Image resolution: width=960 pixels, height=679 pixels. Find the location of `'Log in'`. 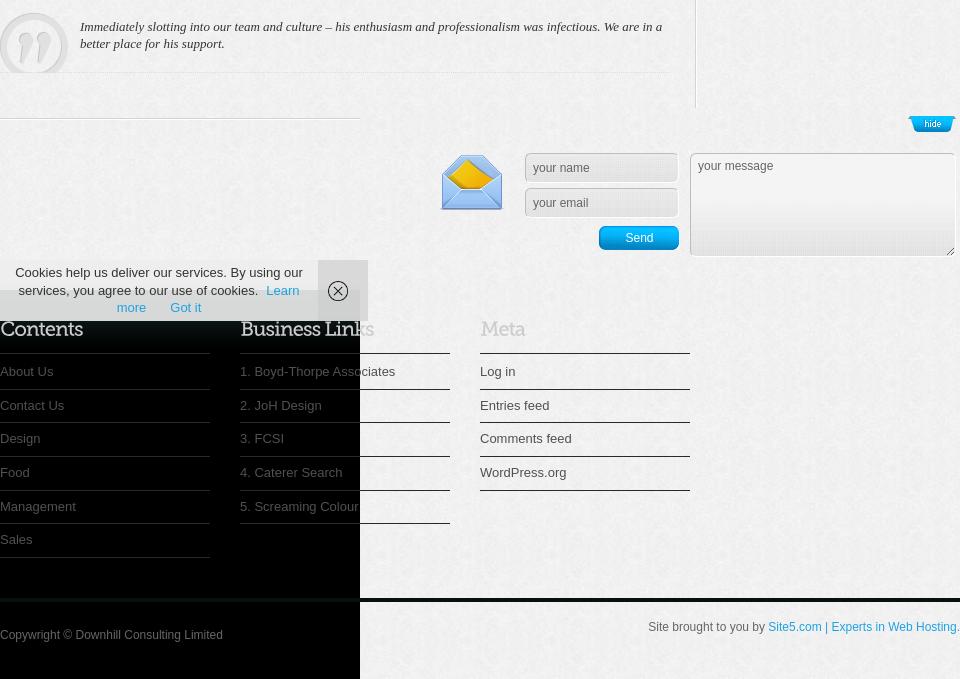

'Log in' is located at coordinates (496, 371).